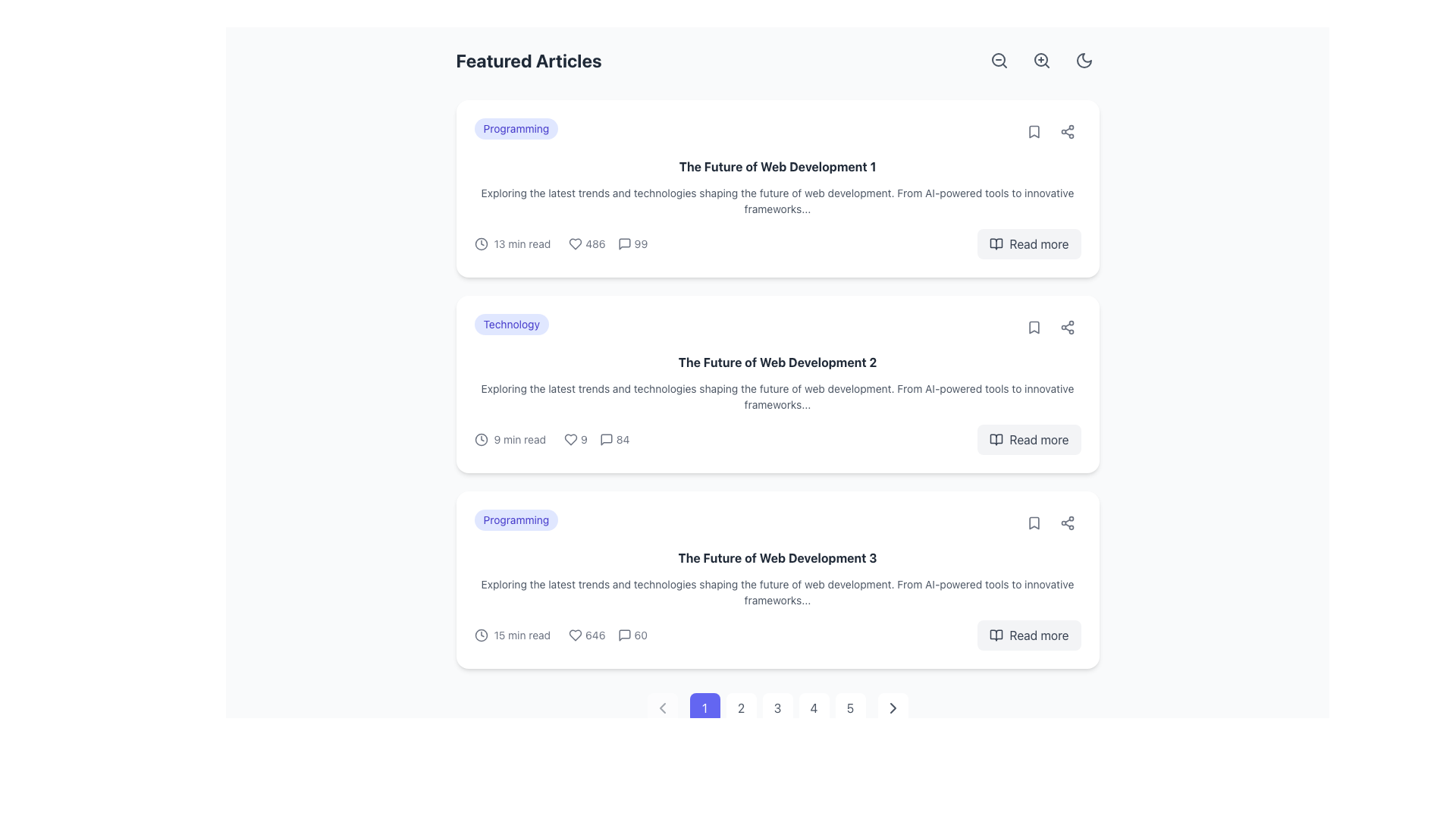 This screenshot has height=819, width=1456. Describe the element at coordinates (996, 243) in the screenshot. I see `the open book SVG icon component located on the left-hand side of the 'Read more' button in the first content card under 'The Future of Web Development 1.'` at that location.